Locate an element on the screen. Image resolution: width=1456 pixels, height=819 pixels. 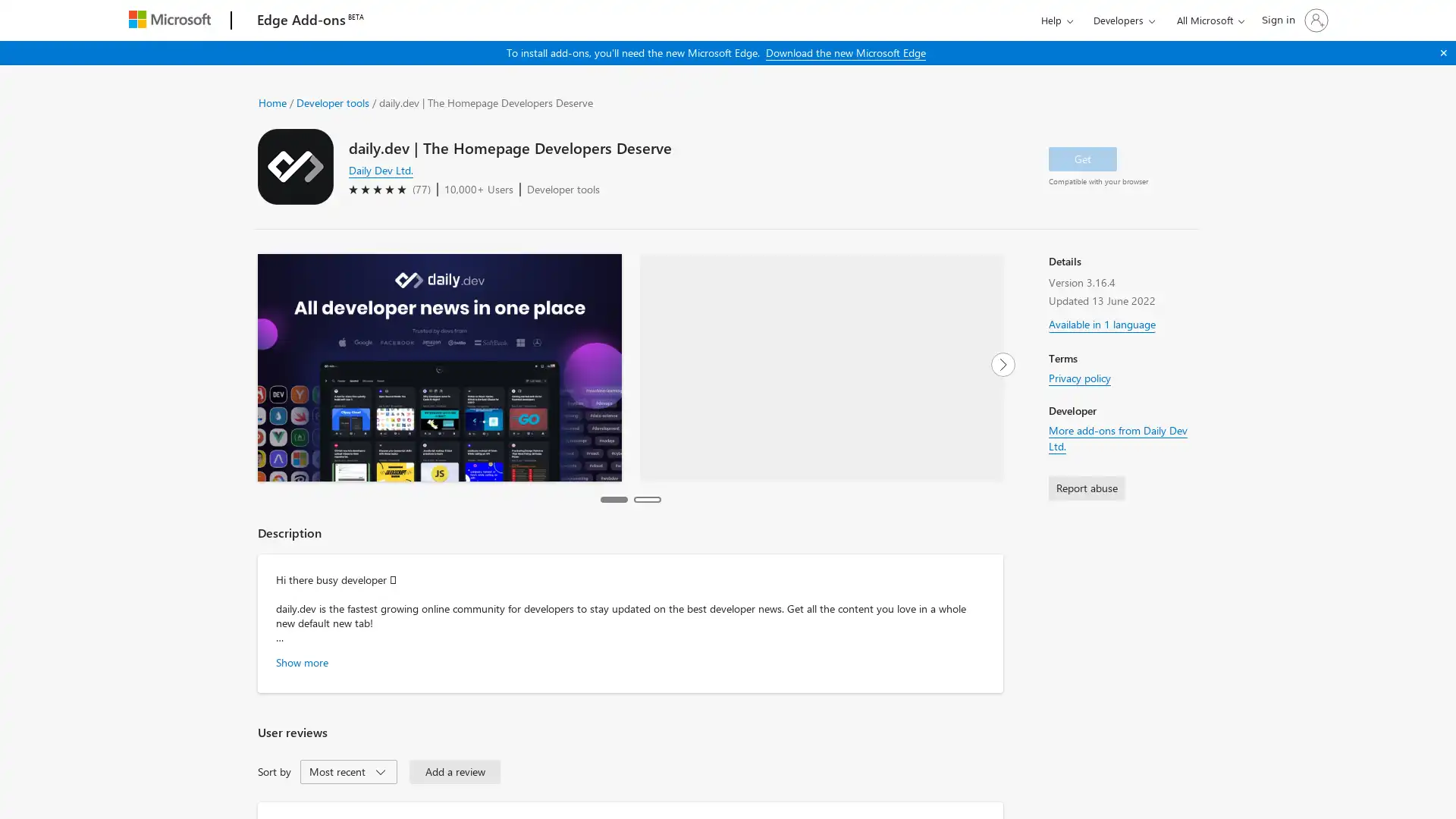
Developers is located at coordinates (1124, 20).